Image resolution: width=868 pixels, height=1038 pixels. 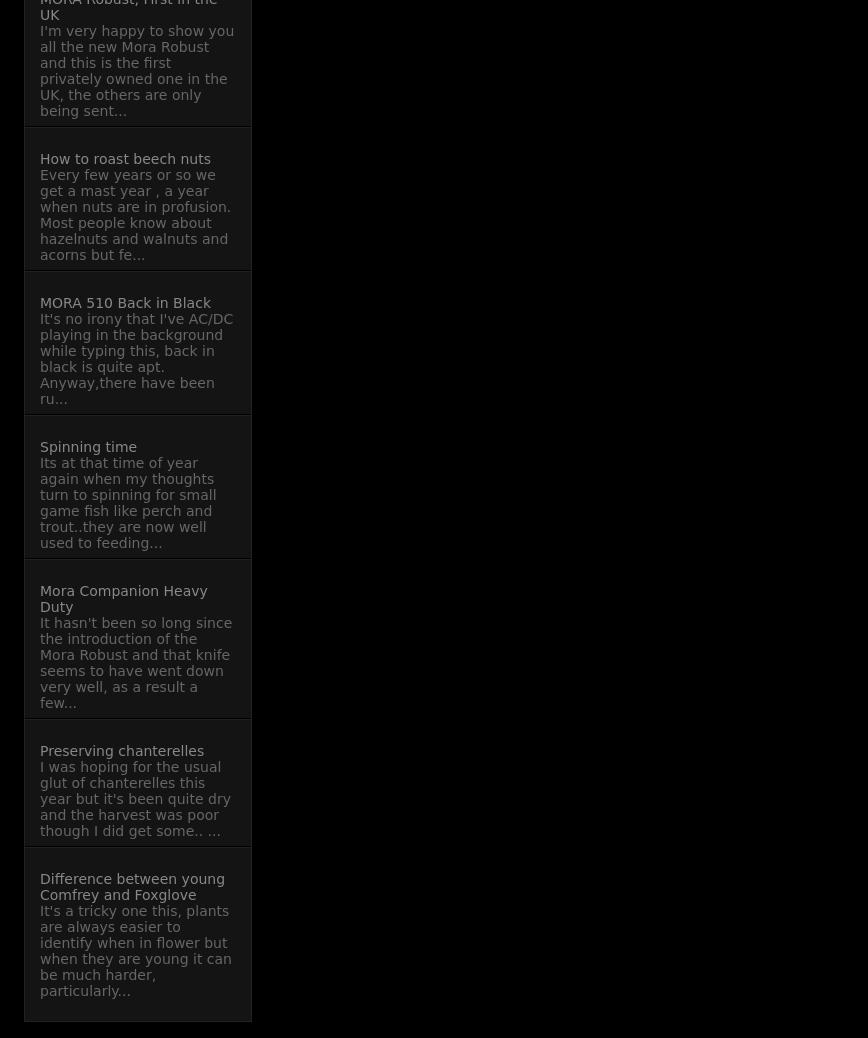 I want to click on 'Its at that time of year again when my thoughts turn to spinning for small game fish like perch and trout..they are now well used to feeding...', so click(x=128, y=503).